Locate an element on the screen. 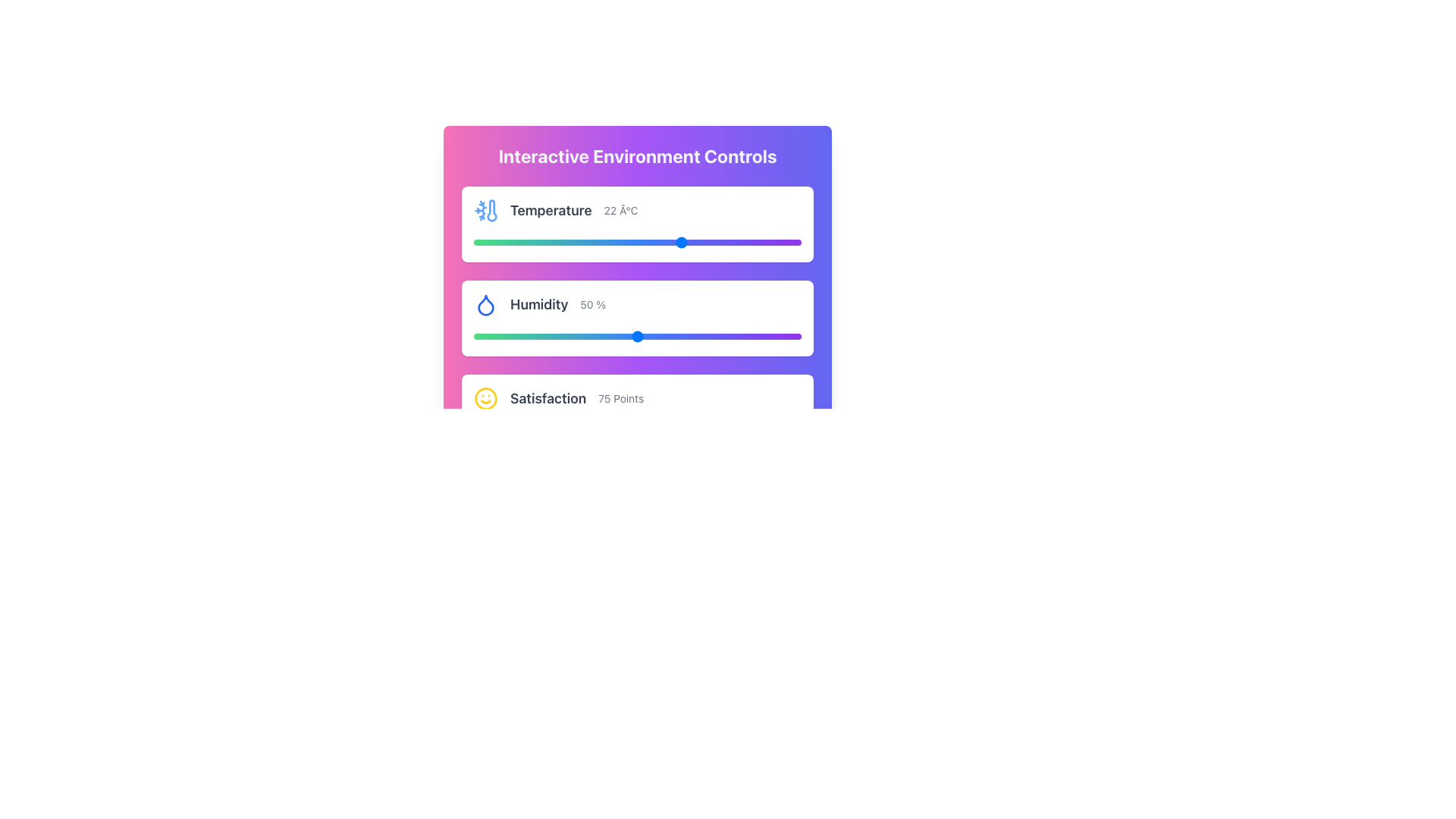 The height and width of the screenshot is (819, 1456). the sliders on the control panel for environmental settings, which is a prominent card element centered within the interface is located at coordinates (637, 297).